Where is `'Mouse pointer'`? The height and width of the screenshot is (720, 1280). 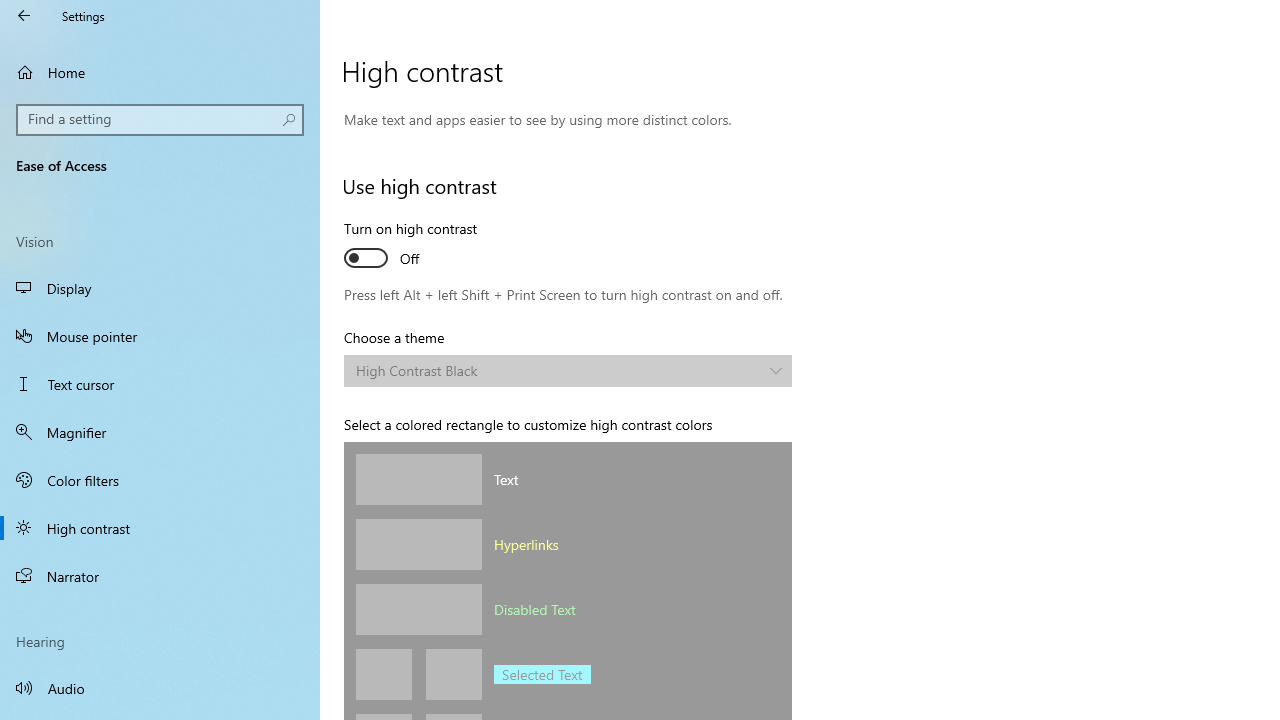
'Mouse pointer' is located at coordinates (160, 334).